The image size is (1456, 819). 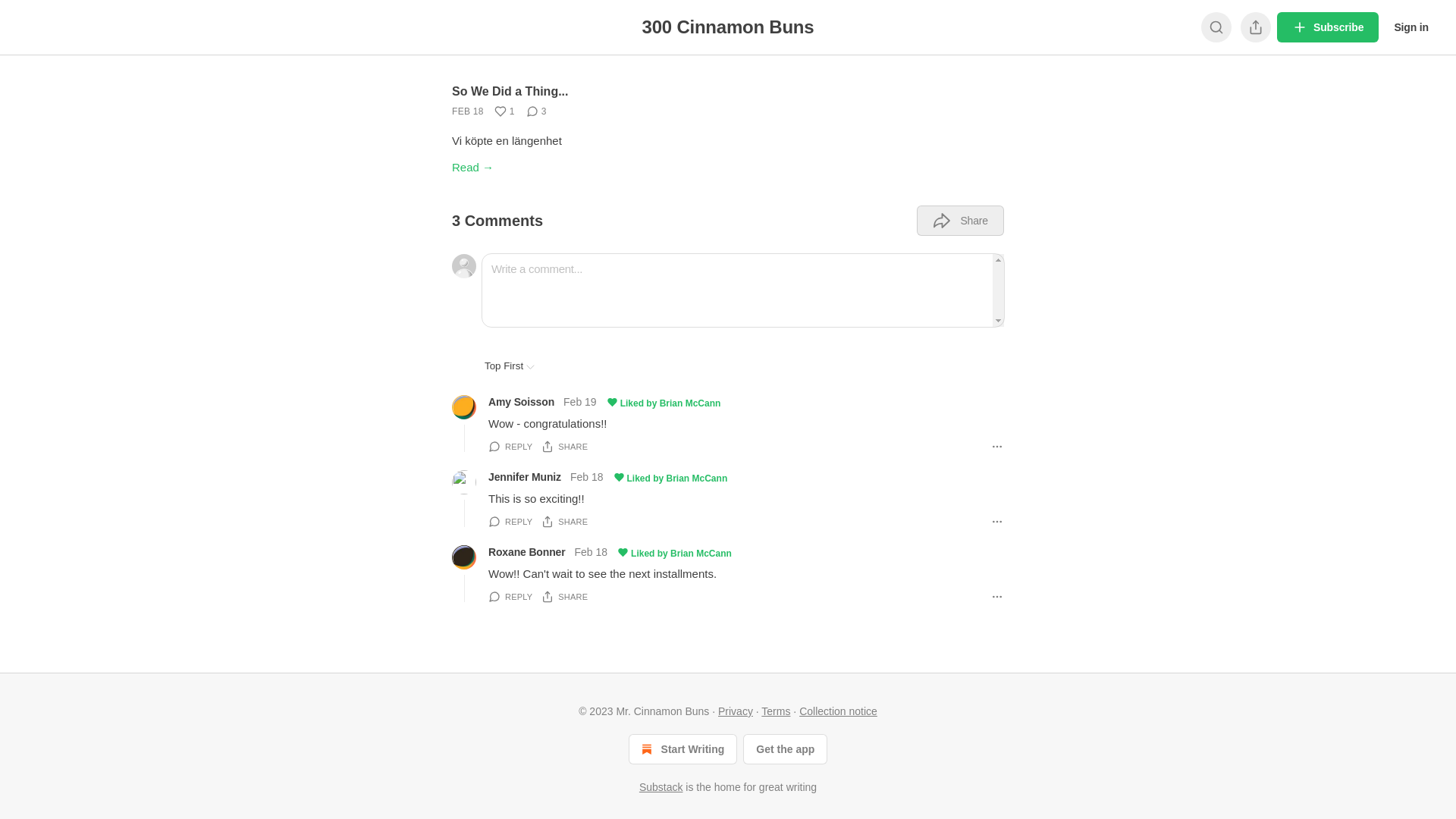 What do you see at coordinates (1410, 27) in the screenshot?
I see `'Sign in'` at bounding box center [1410, 27].